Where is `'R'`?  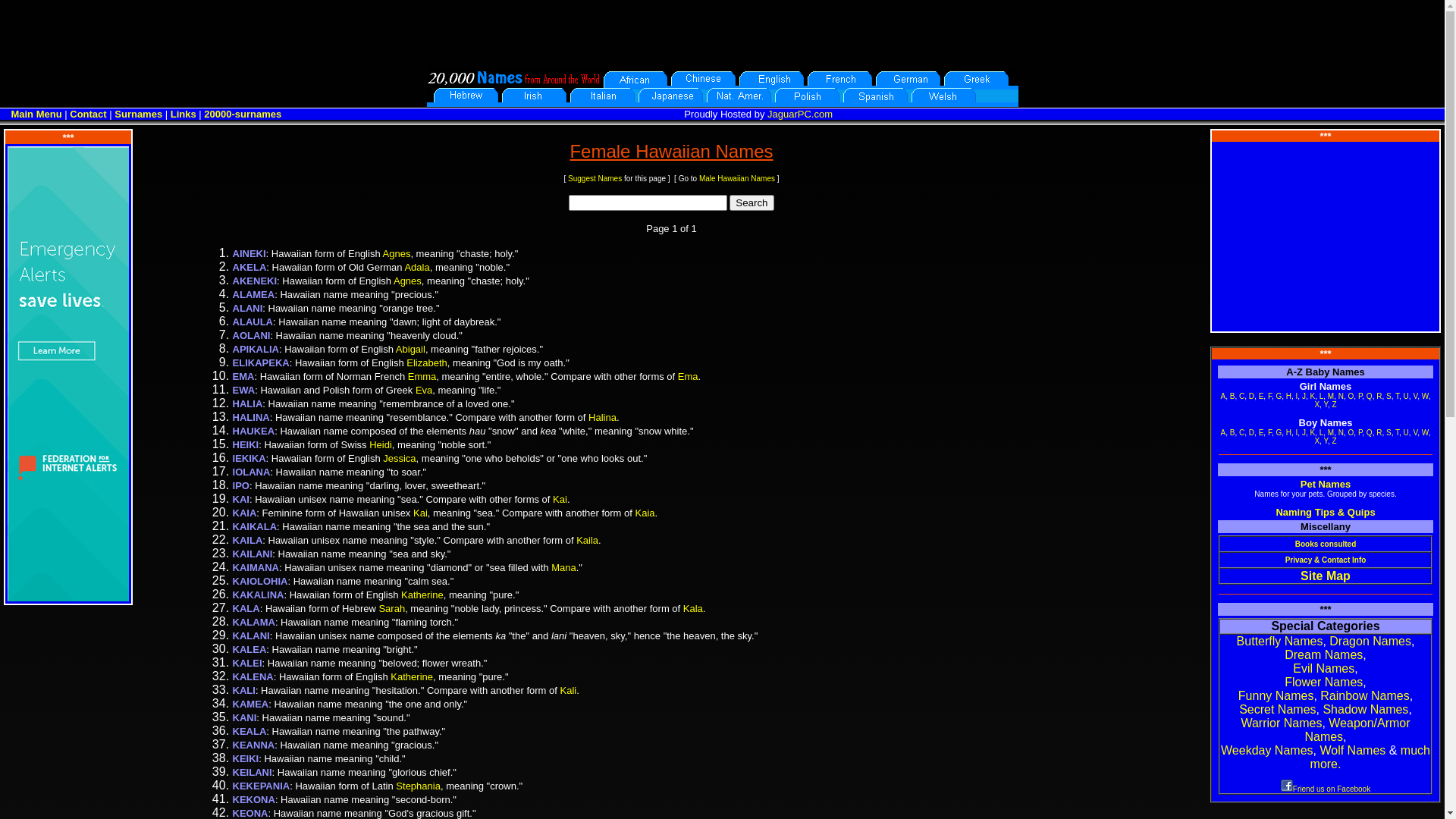
'R' is located at coordinates (1379, 432).